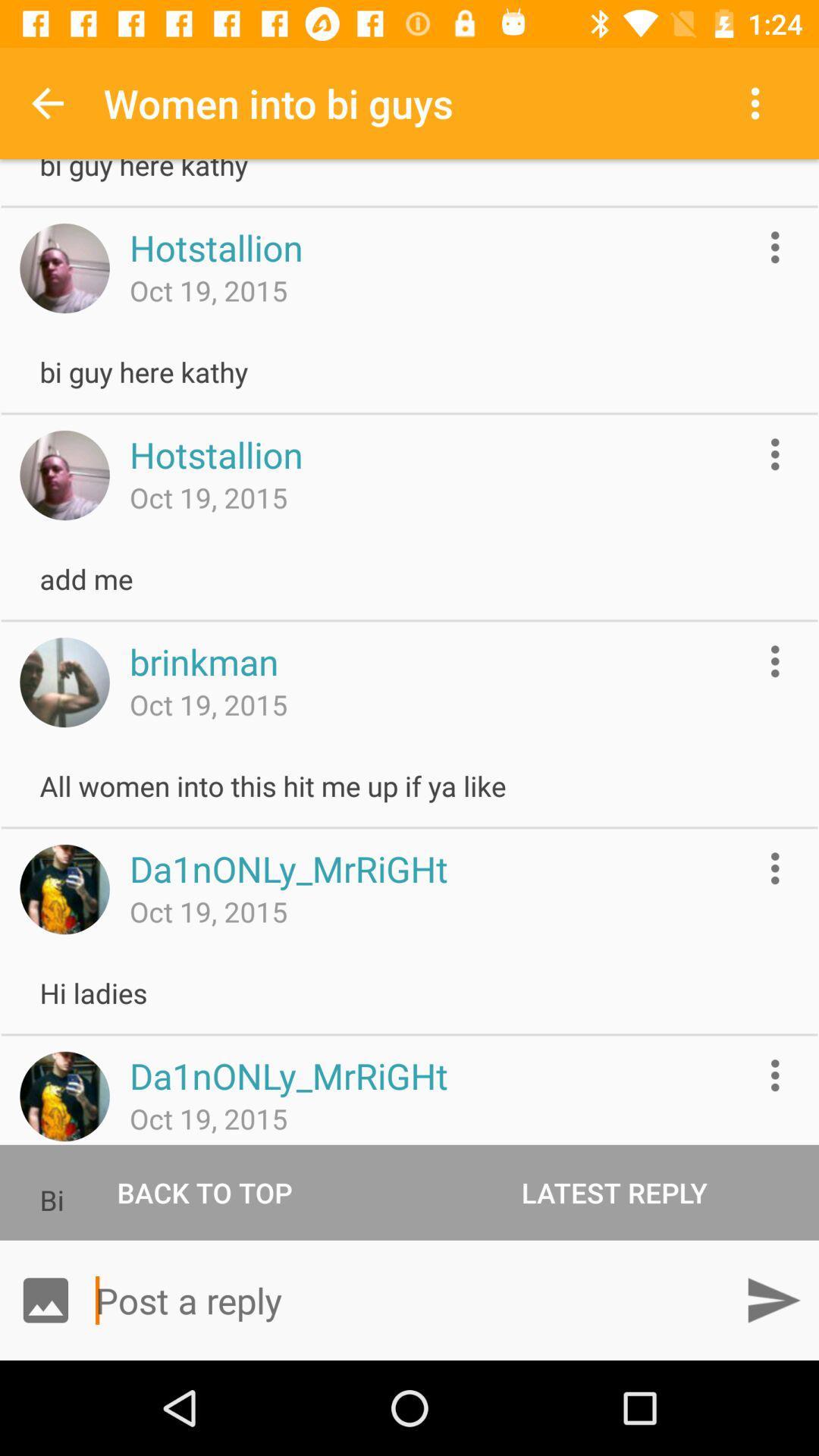  I want to click on open an user profile, so click(64, 268).